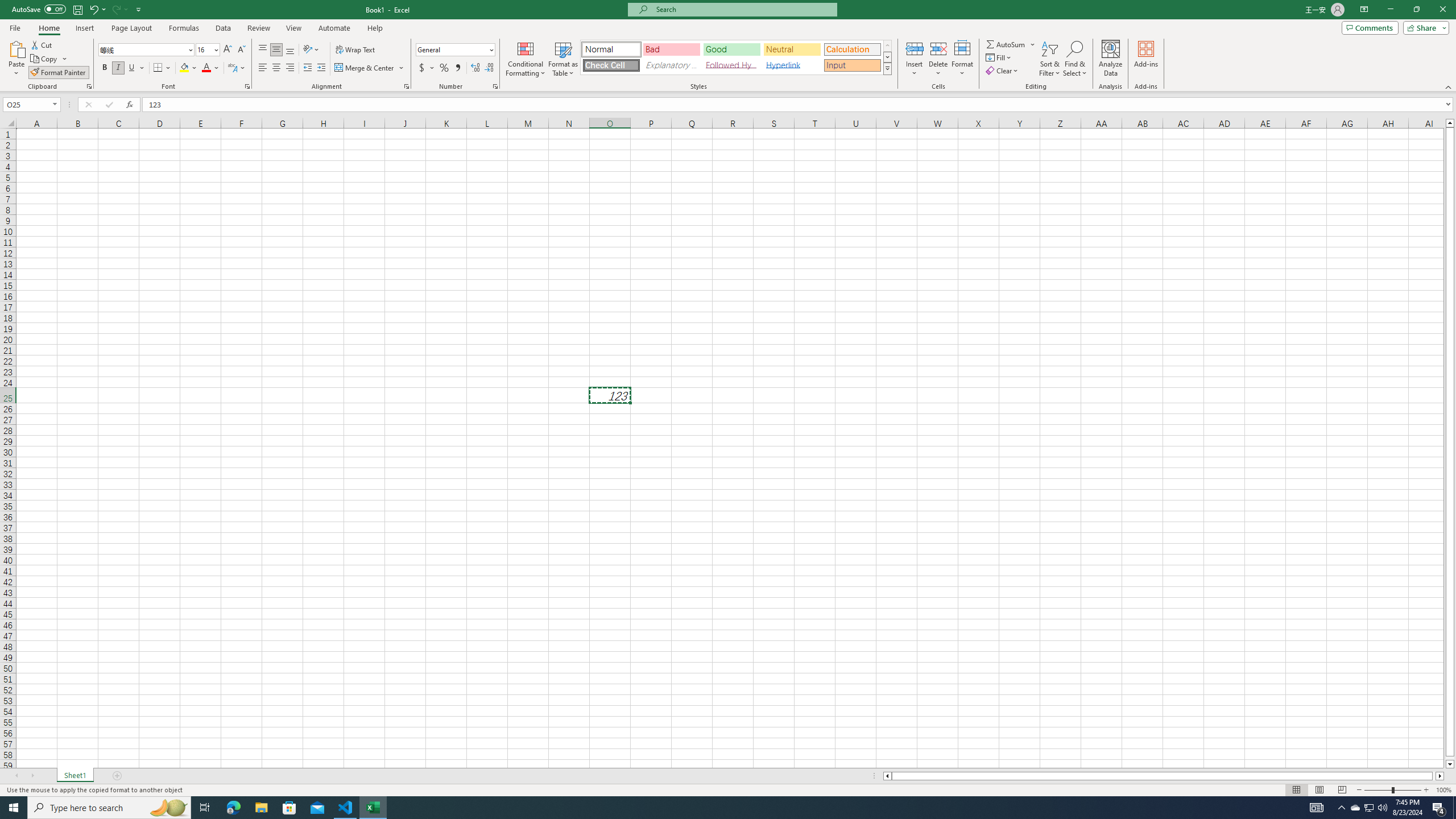  I want to click on 'Restore Down', so click(1416, 9).